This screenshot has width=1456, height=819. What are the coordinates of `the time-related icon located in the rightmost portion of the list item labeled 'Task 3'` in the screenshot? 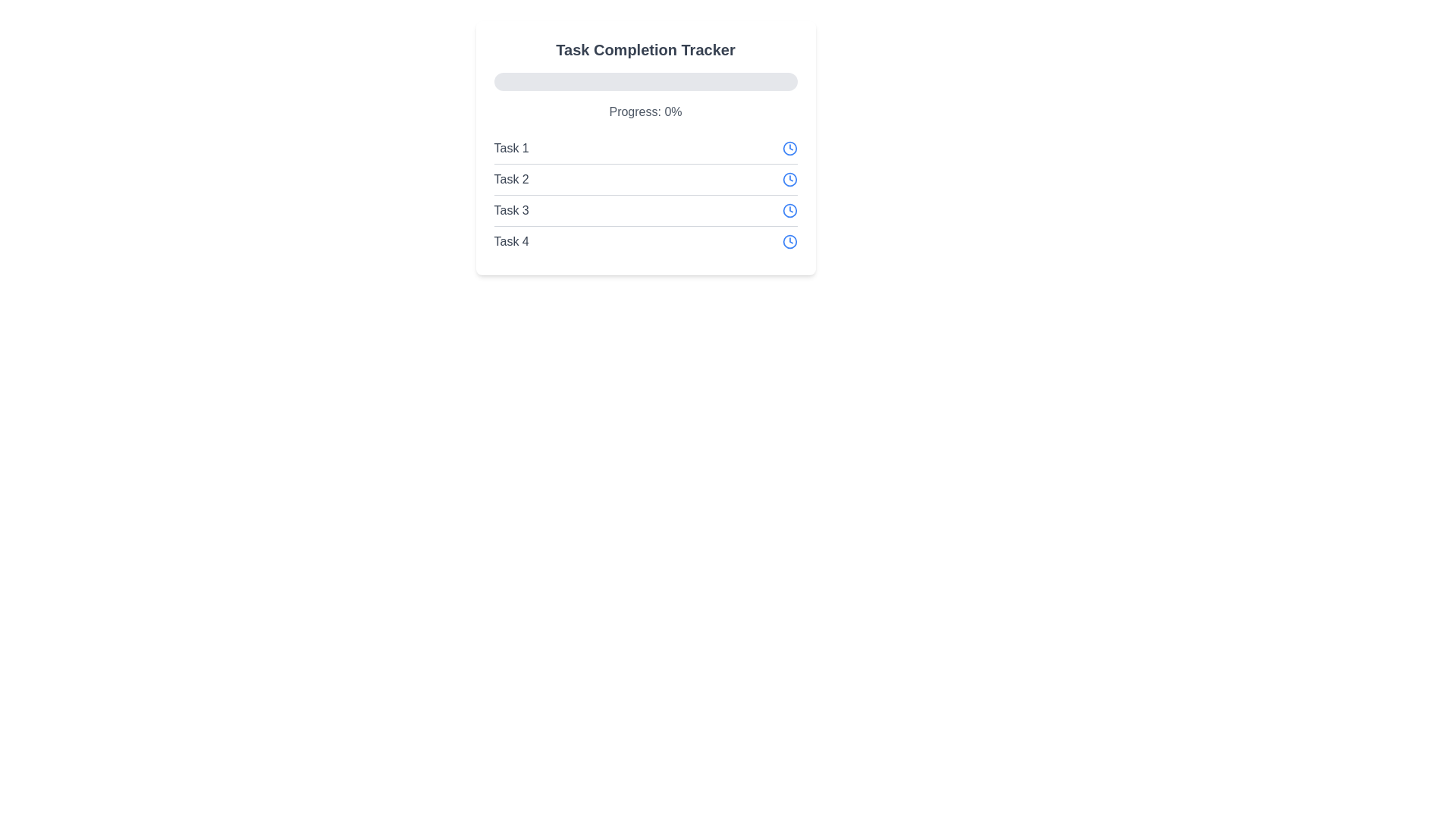 It's located at (789, 210).